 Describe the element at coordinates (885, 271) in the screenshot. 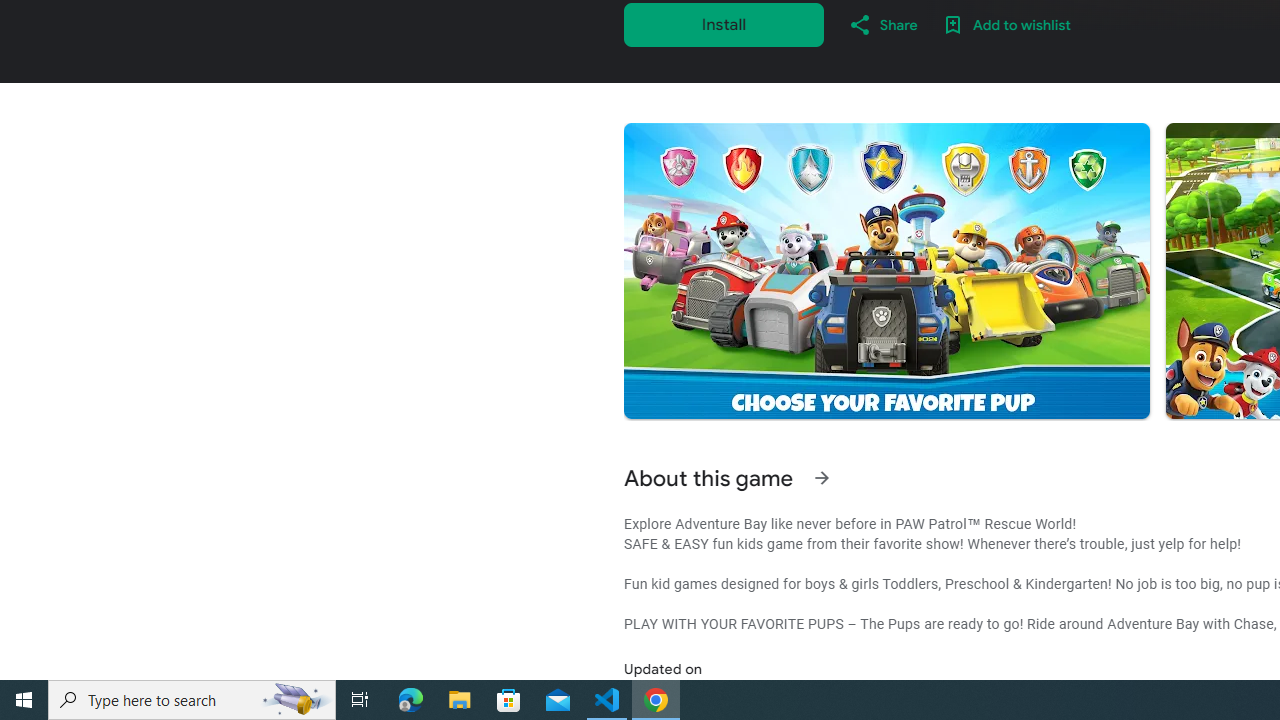

I see `'Screenshot image'` at that location.